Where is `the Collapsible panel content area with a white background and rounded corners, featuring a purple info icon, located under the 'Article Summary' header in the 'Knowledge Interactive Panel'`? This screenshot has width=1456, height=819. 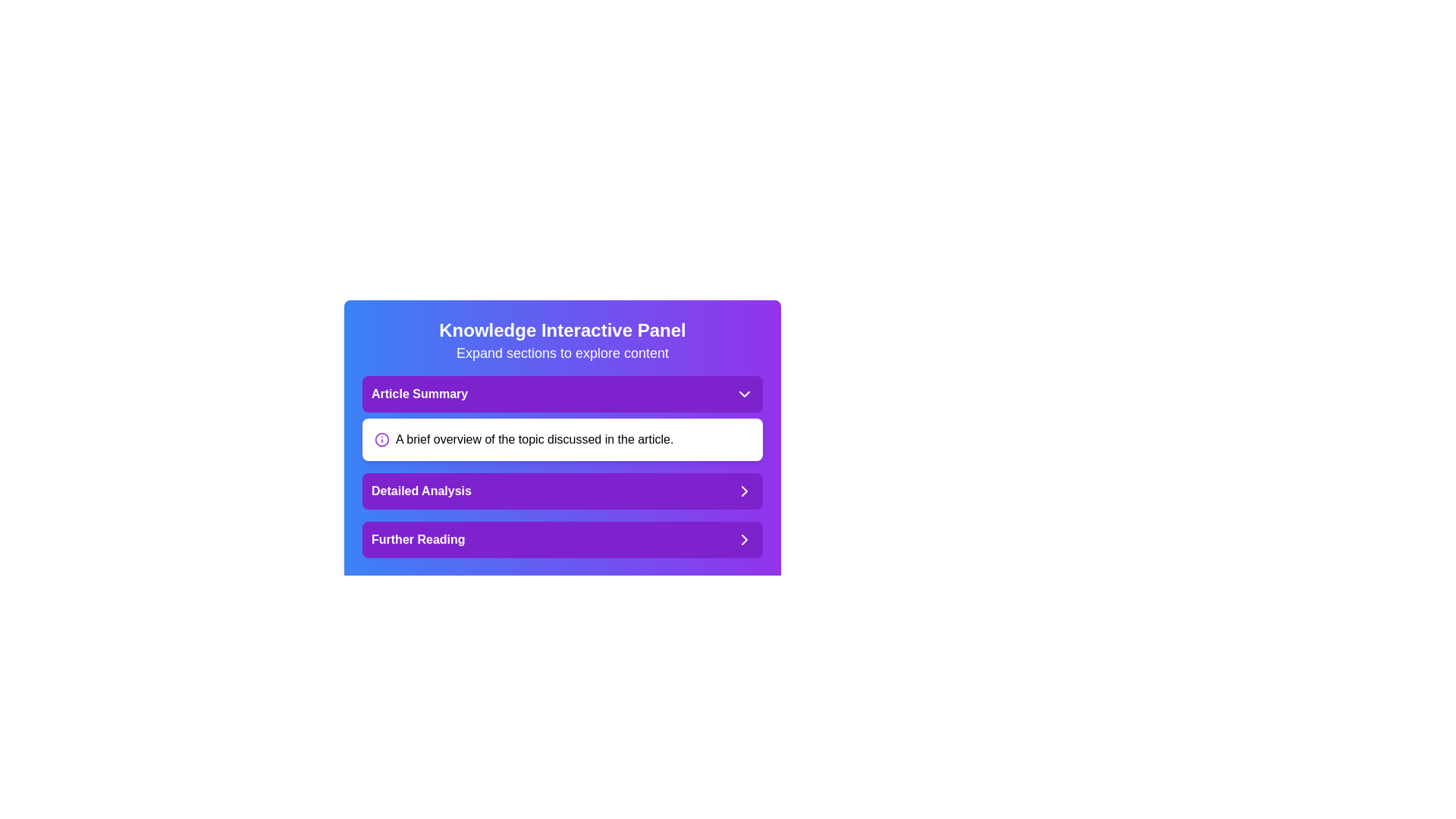
the Collapsible panel content area with a white background and rounded corners, featuring a purple info icon, located under the 'Article Summary' header in the 'Knowledge Interactive Panel' is located at coordinates (562, 418).